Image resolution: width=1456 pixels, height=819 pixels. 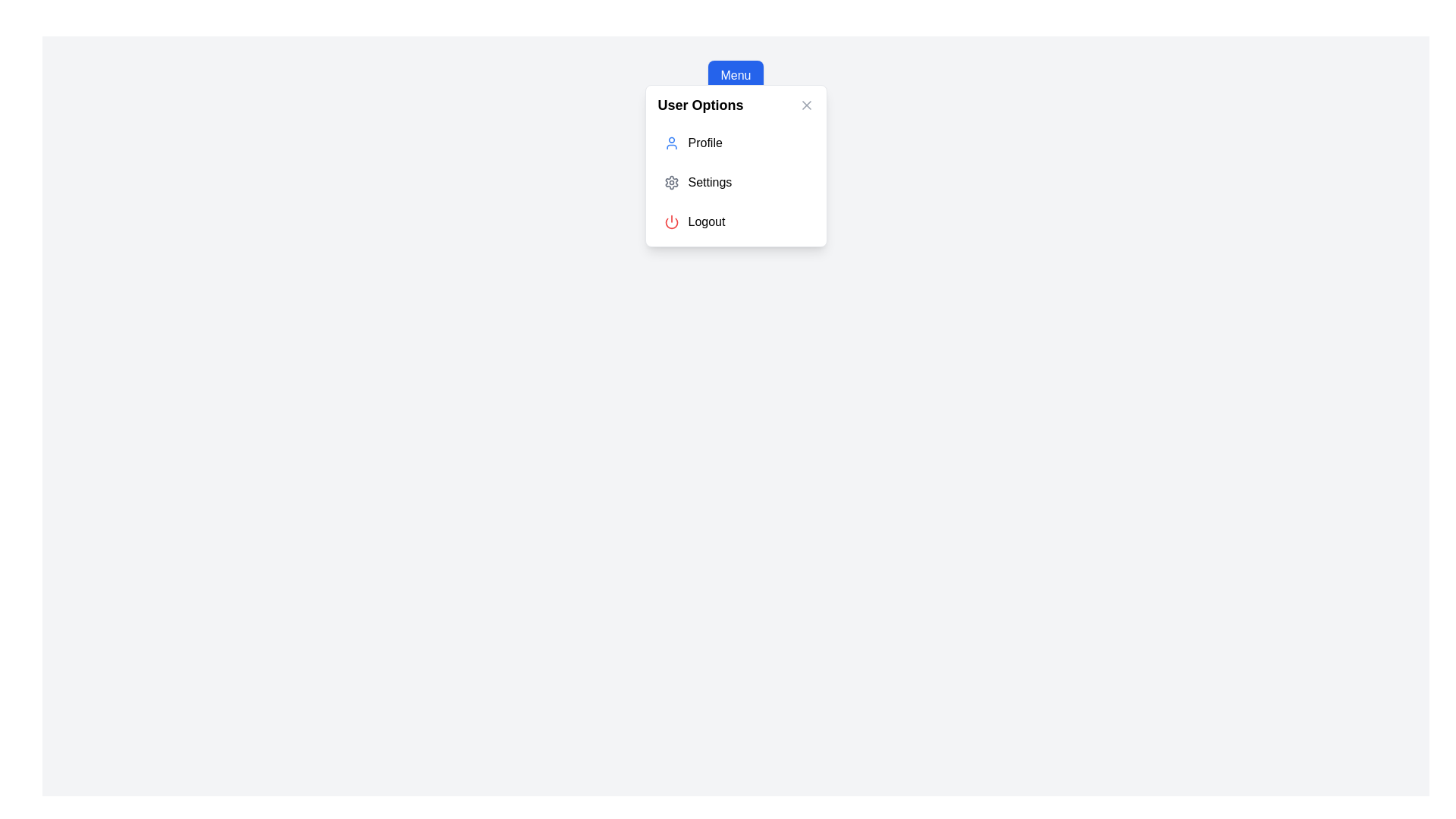 What do you see at coordinates (736, 104) in the screenshot?
I see `text of the 'User Options' header located at the top of the dropdown menu below the 'Menu' button` at bounding box center [736, 104].